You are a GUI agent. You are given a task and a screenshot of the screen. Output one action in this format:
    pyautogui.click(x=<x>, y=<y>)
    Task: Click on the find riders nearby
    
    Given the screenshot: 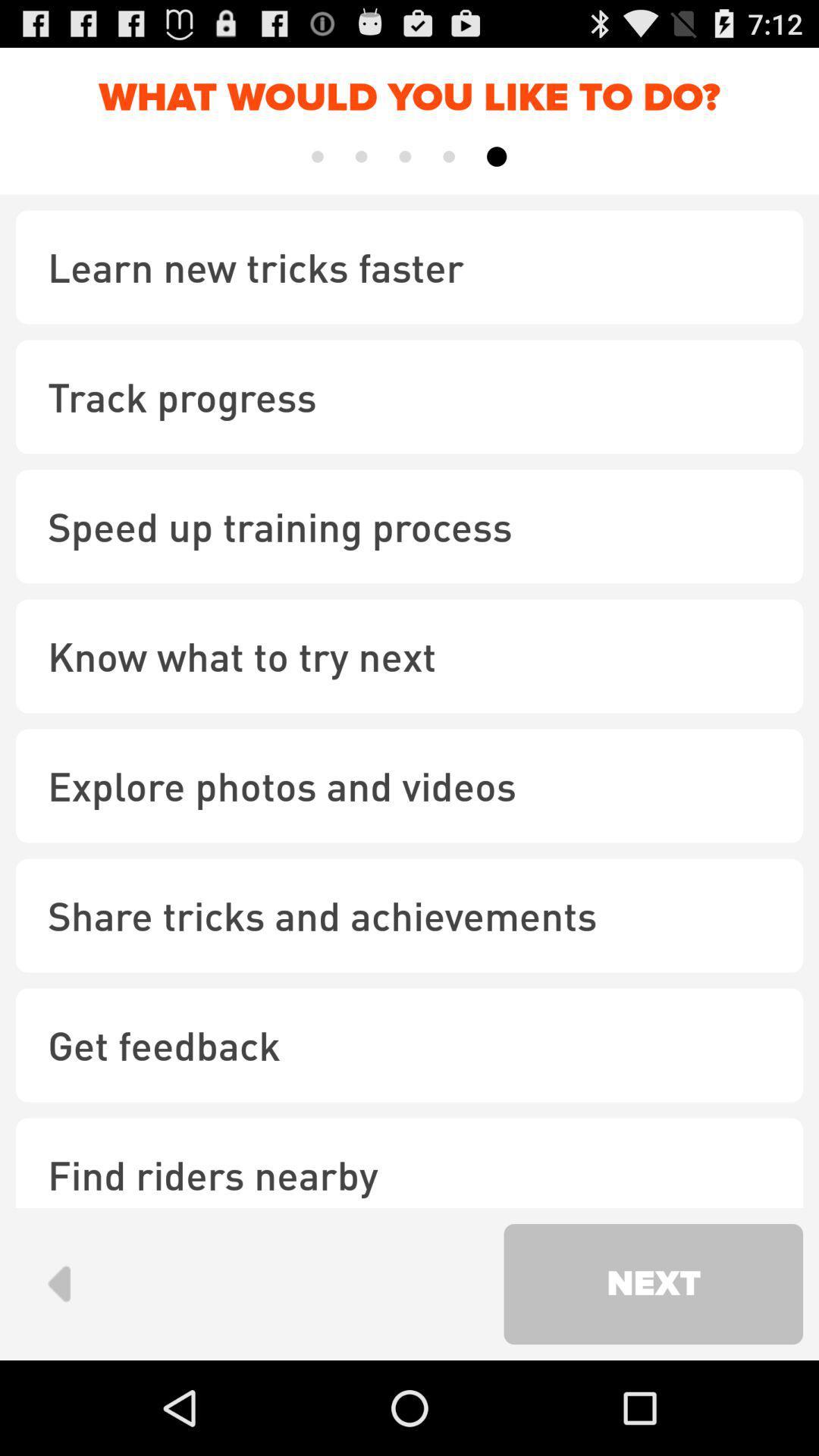 What is the action you would take?
    pyautogui.click(x=409, y=1162)
    